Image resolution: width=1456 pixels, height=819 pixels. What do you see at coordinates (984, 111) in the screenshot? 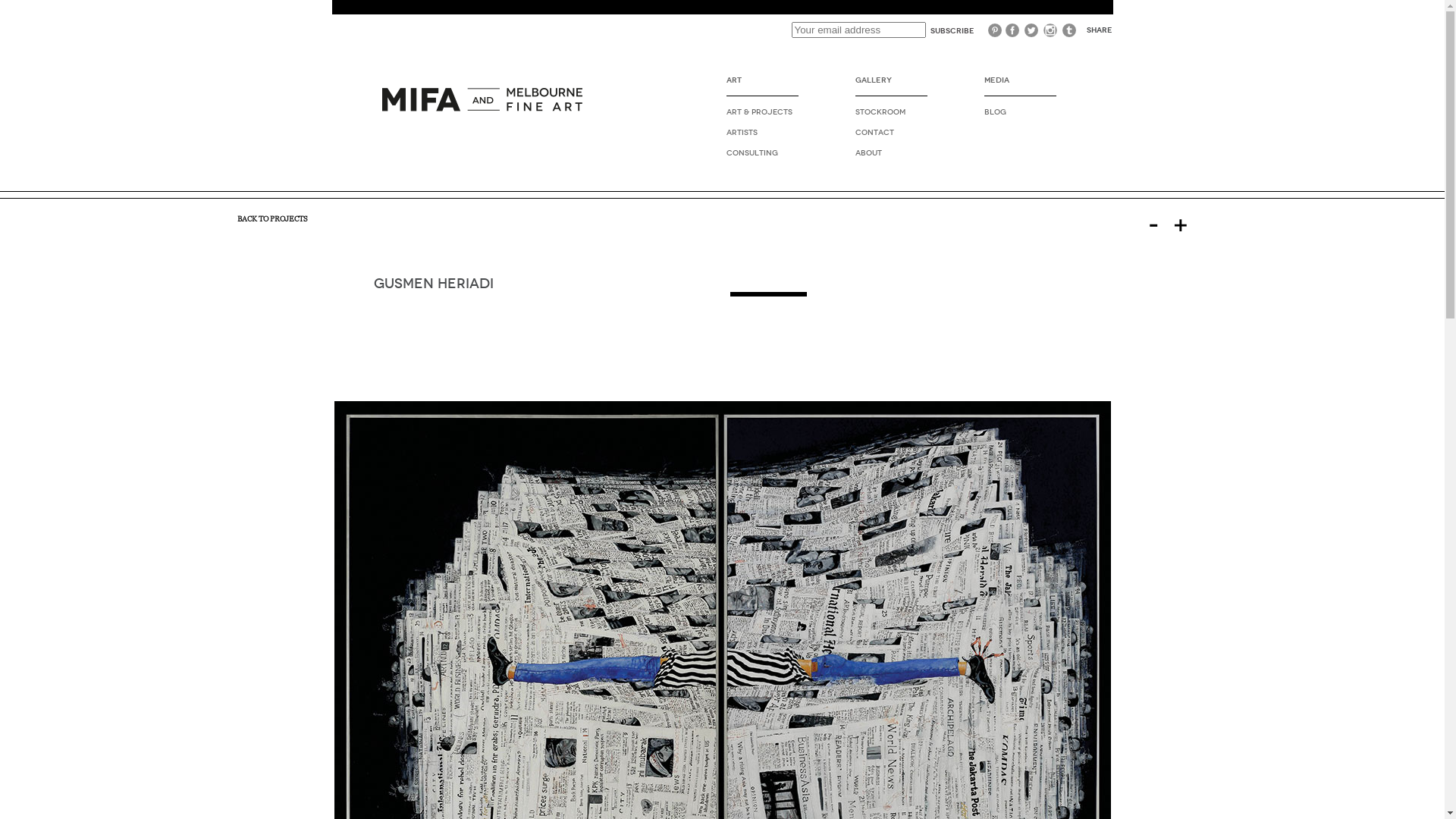
I see `'BLOG'` at bounding box center [984, 111].